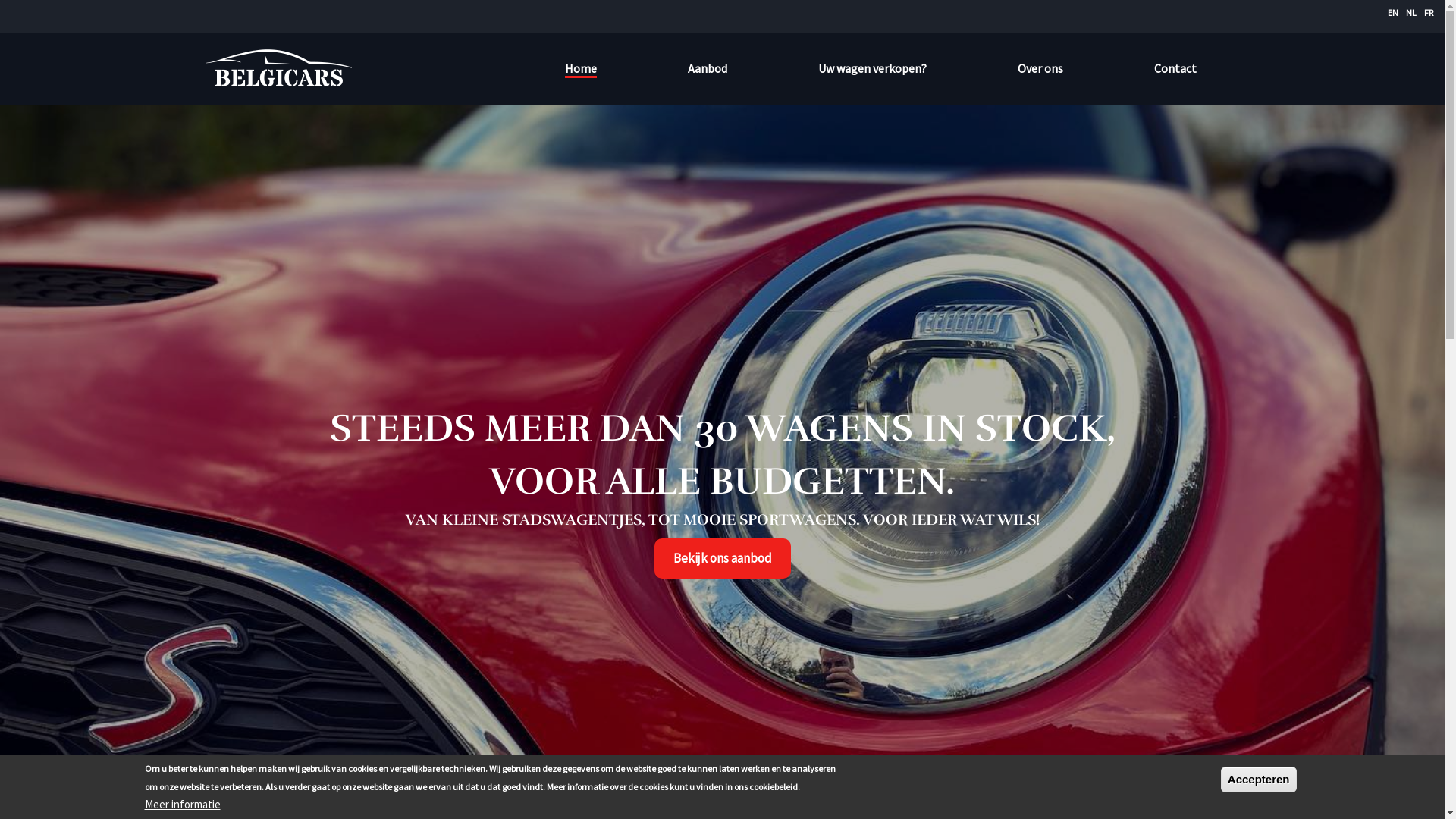 The height and width of the screenshot is (819, 1456). What do you see at coordinates (1423, 12) in the screenshot?
I see `'FR'` at bounding box center [1423, 12].